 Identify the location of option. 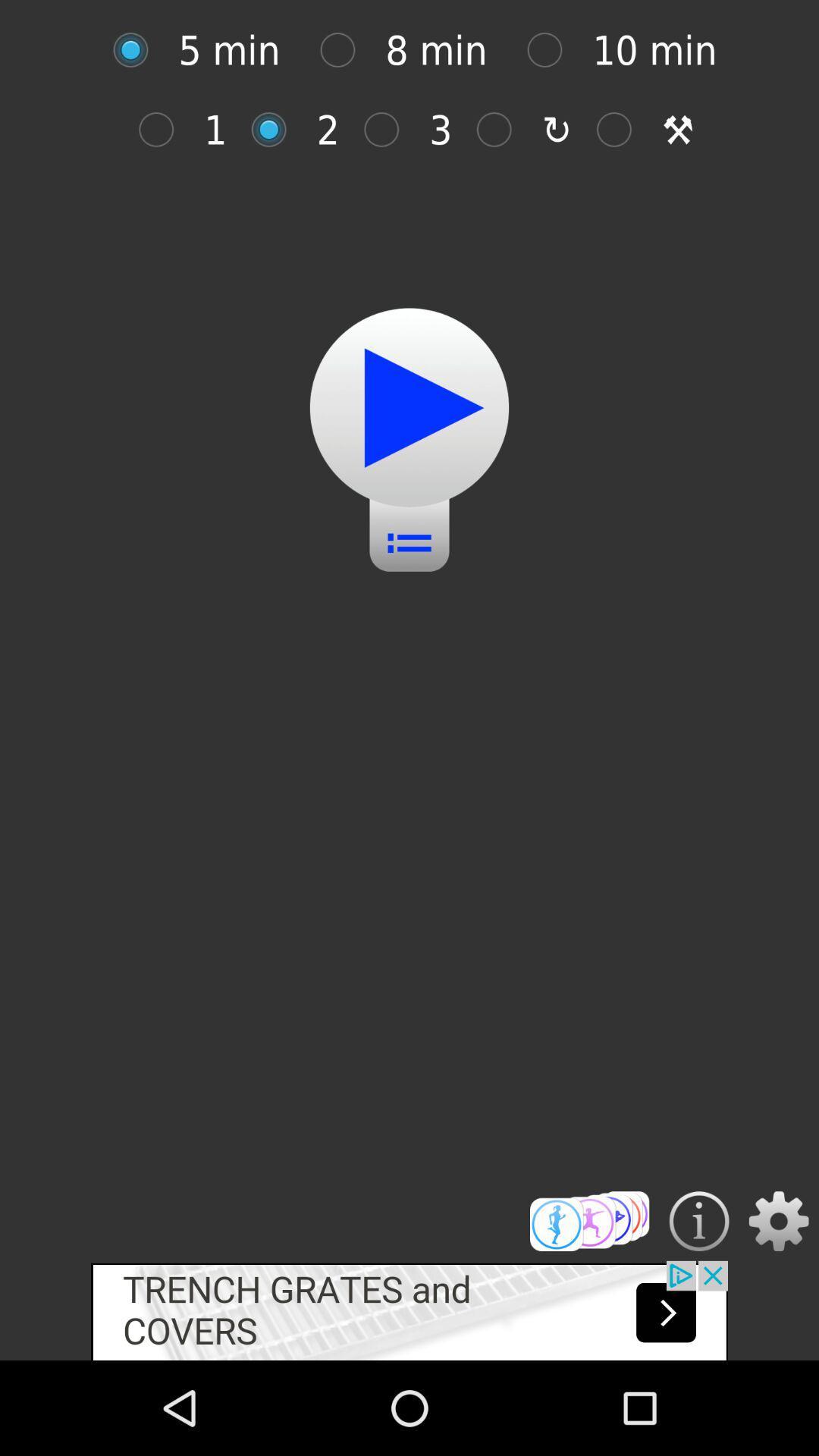
(553, 50).